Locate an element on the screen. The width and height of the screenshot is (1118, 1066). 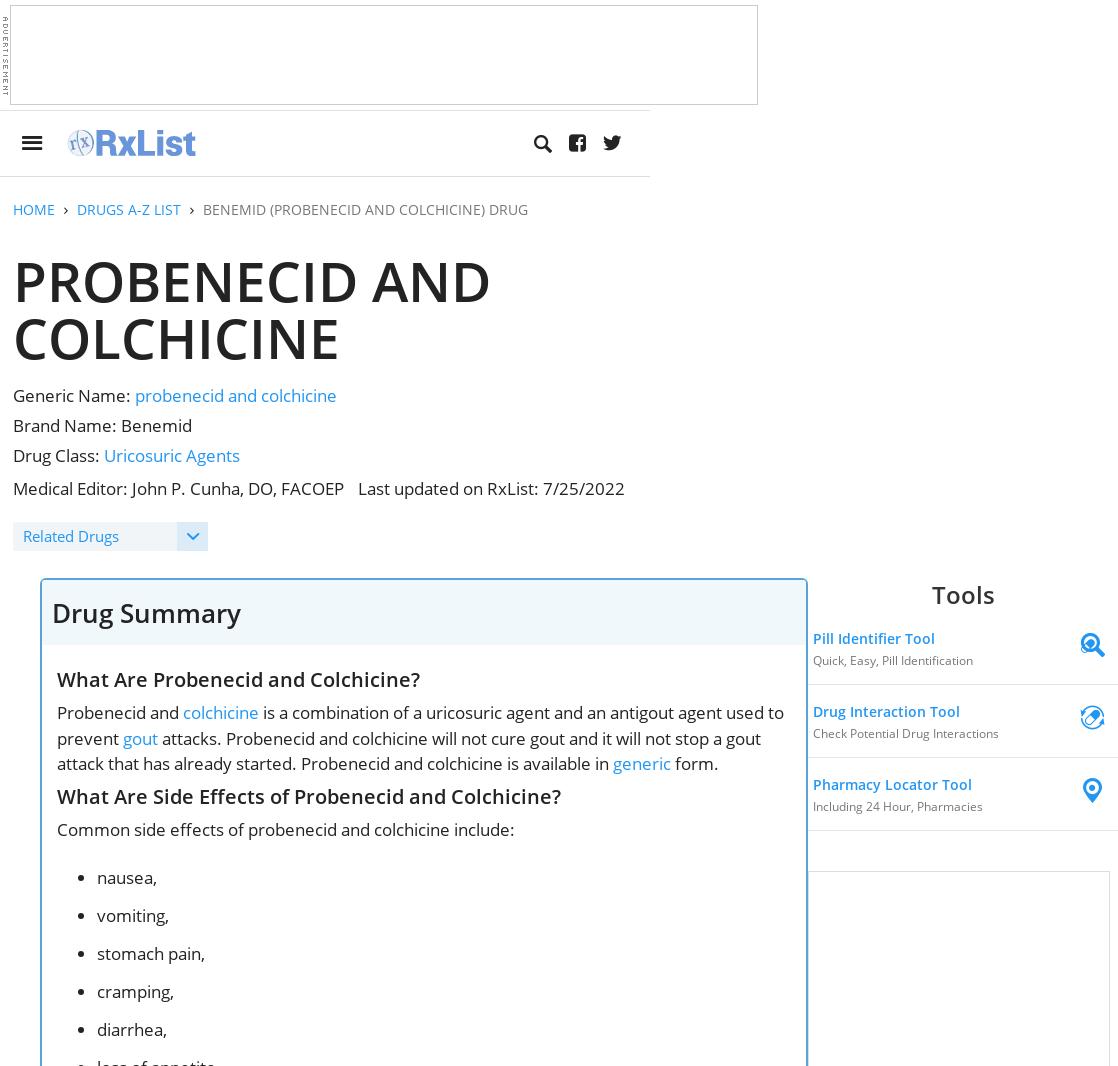
'Benemid' is located at coordinates (120, 425).